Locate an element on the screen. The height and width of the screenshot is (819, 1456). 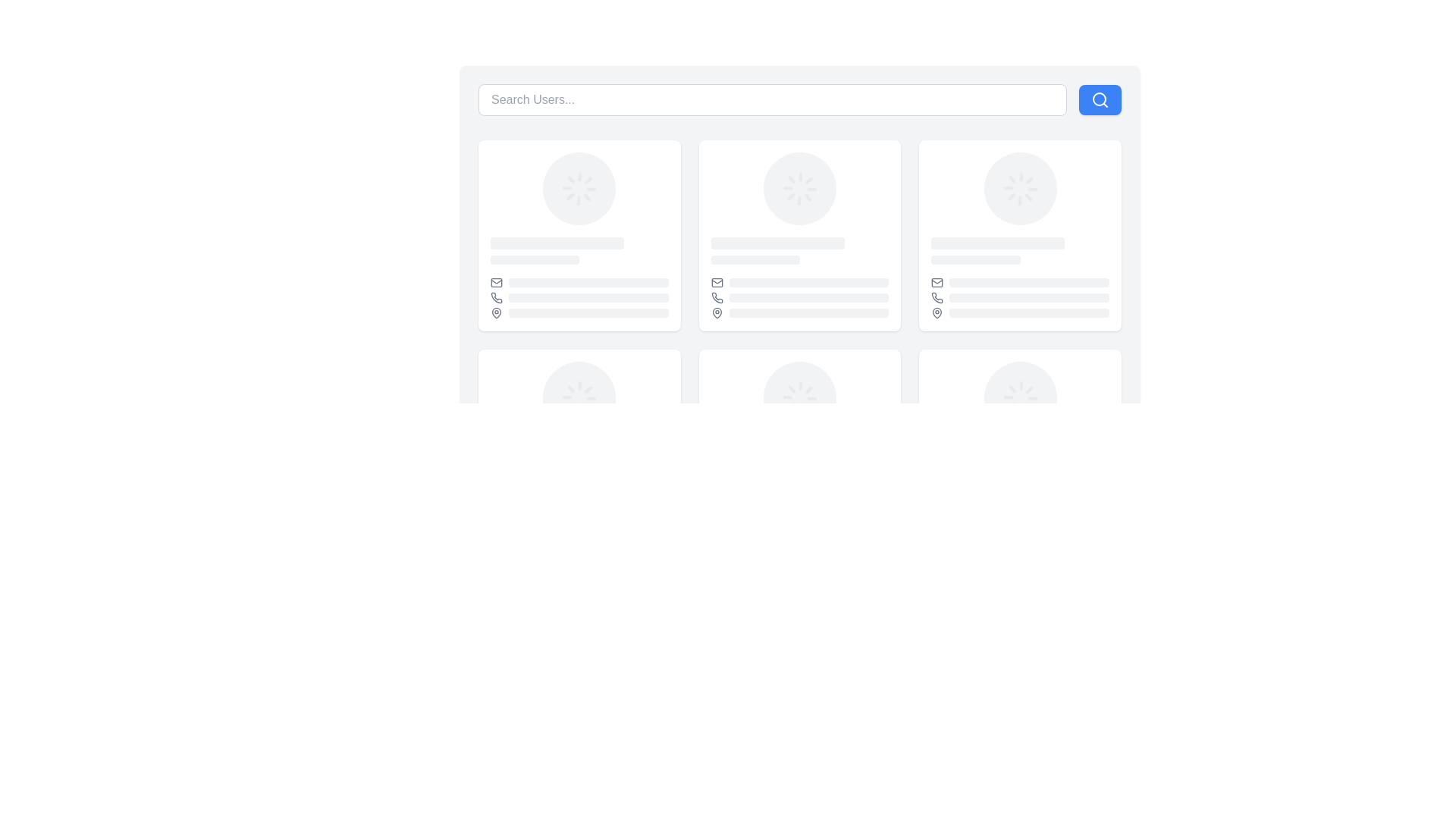
placeholder content area consisting of two vertically arranged rounded rectangles, located in the upper section of the second user profile card, just below the circular avatar placeholder is located at coordinates (799, 250).